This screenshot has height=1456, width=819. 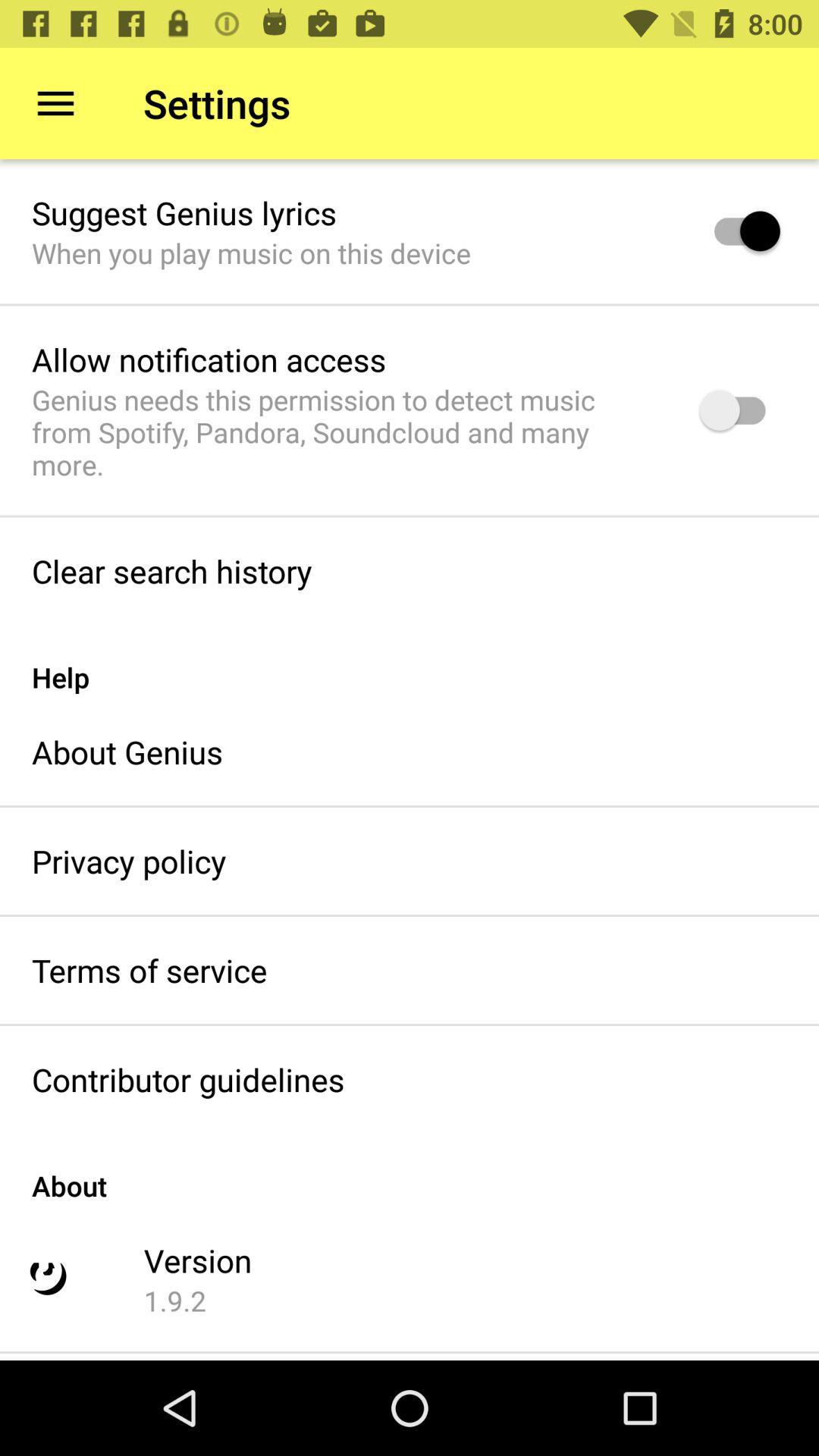 I want to click on suggest genius lyrics icon, so click(x=184, y=212).